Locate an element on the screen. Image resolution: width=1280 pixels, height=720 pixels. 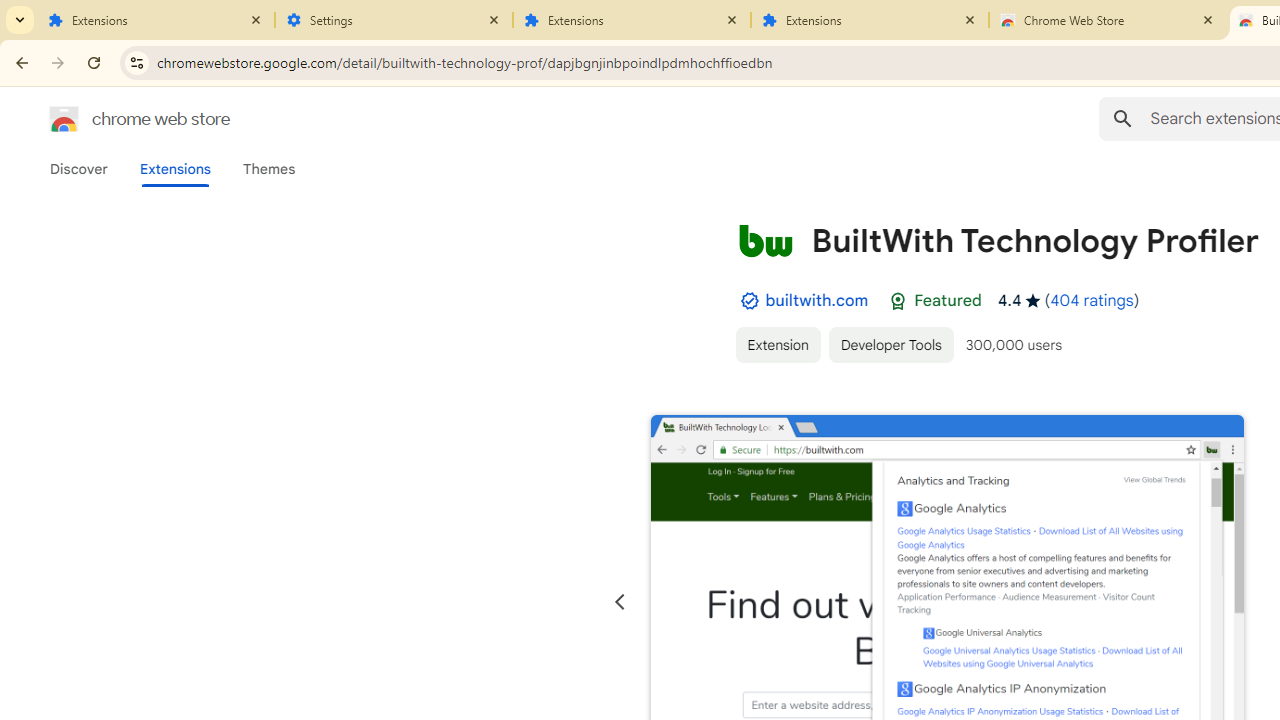
'Previous slide' is located at coordinates (618, 601).